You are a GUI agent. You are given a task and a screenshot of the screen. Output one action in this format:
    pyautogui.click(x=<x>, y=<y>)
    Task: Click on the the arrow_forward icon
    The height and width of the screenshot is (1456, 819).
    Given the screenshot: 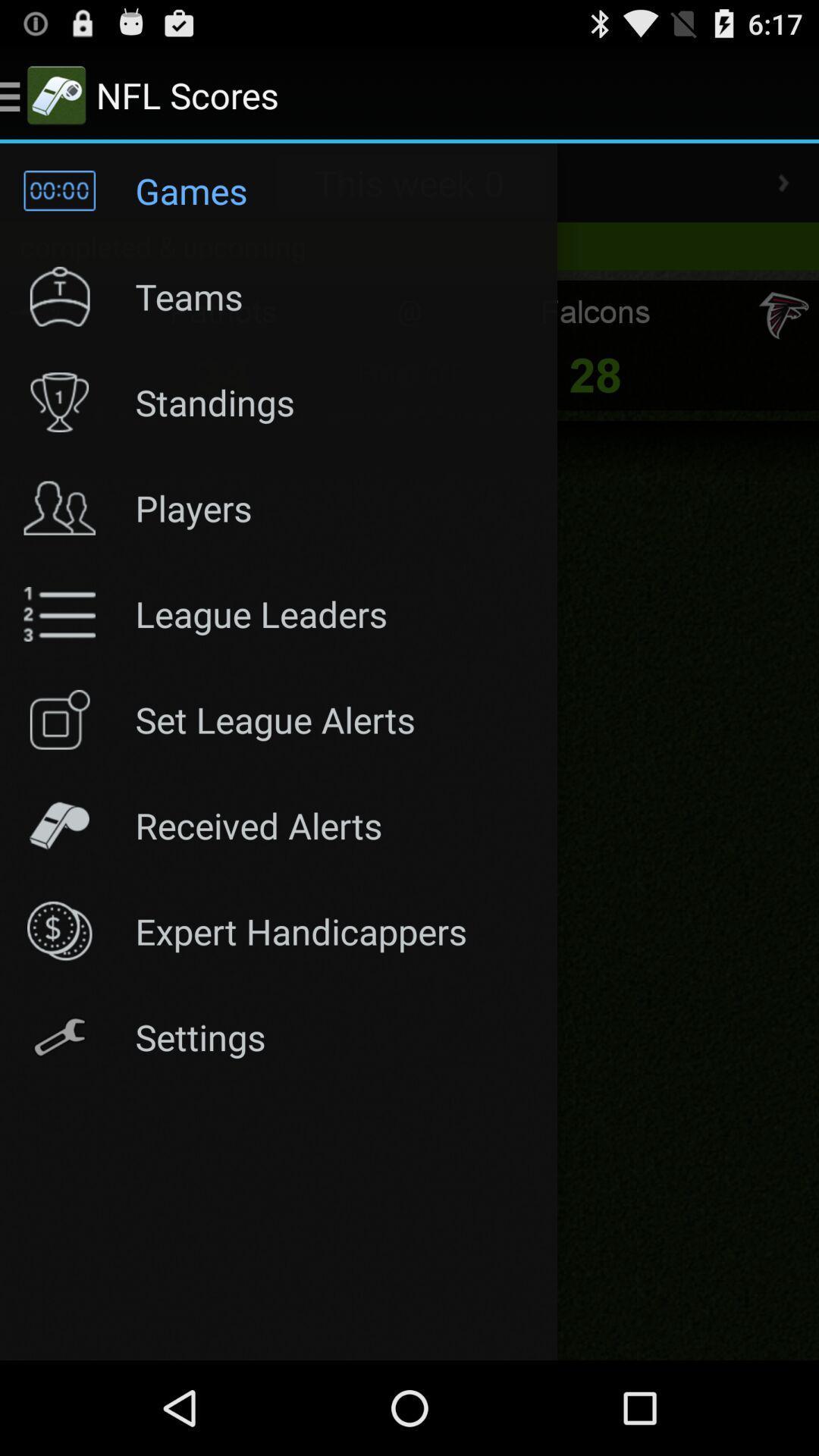 What is the action you would take?
    pyautogui.click(x=783, y=195)
    